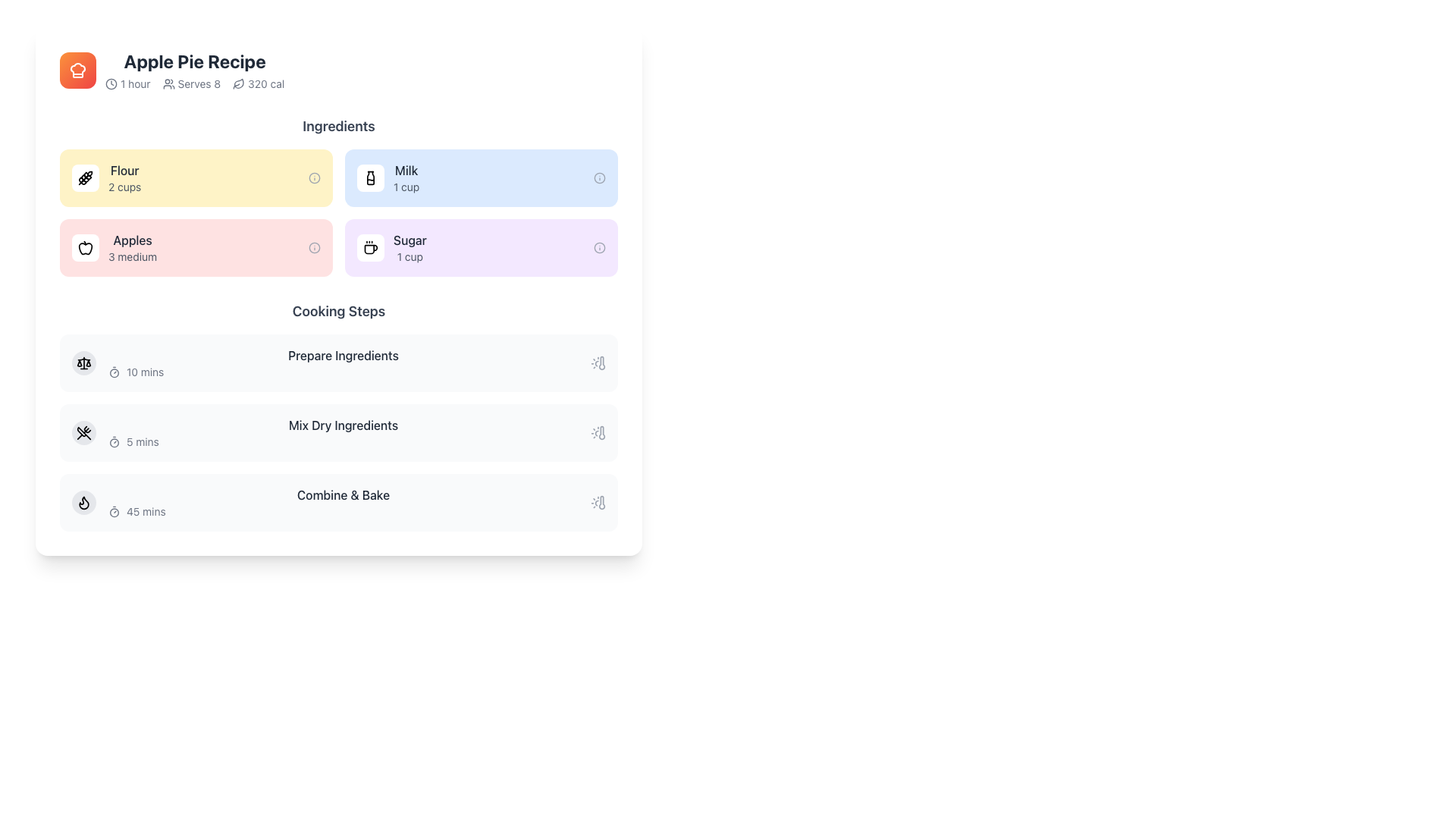 The height and width of the screenshot is (819, 1456). Describe the element at coordinates (111, 84) in the screenshot. I see `the circular outline of the clock icon located at the top-left of the 'Cooking Steps' section, adjacent to the '10 mins' text` at that location.